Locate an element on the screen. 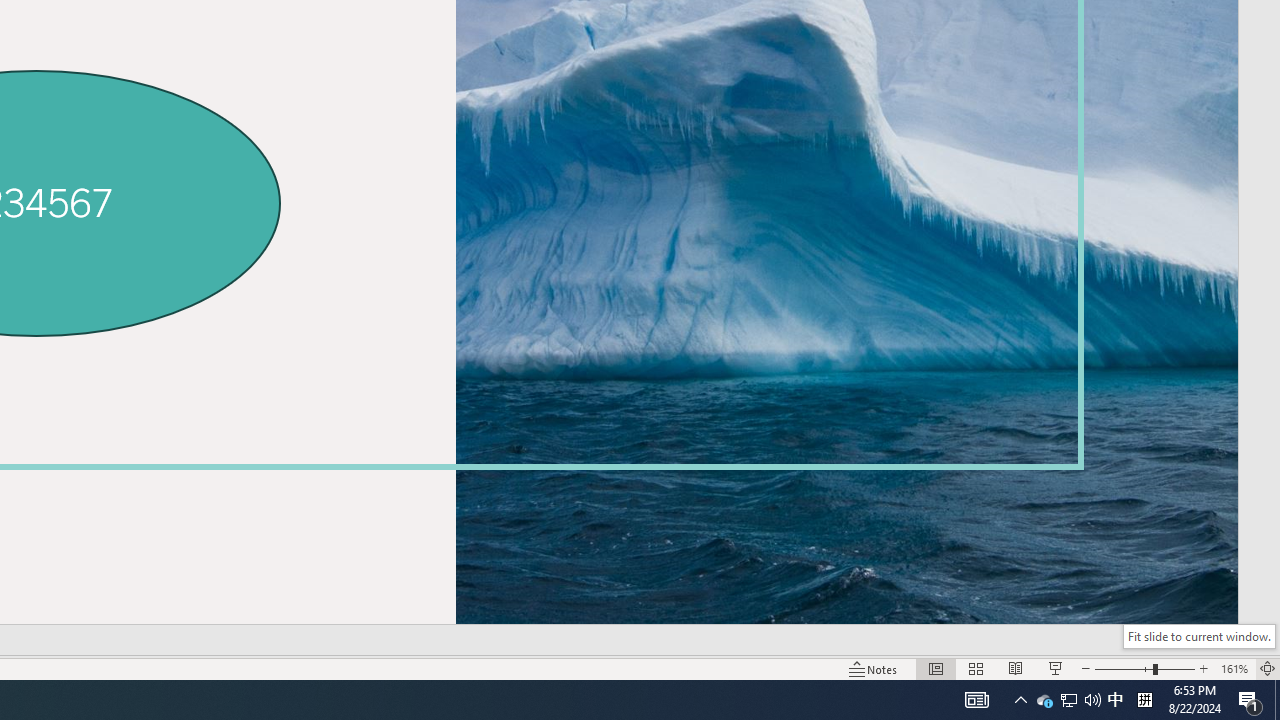  'Zoom' is located at coordinates (1144, 669).